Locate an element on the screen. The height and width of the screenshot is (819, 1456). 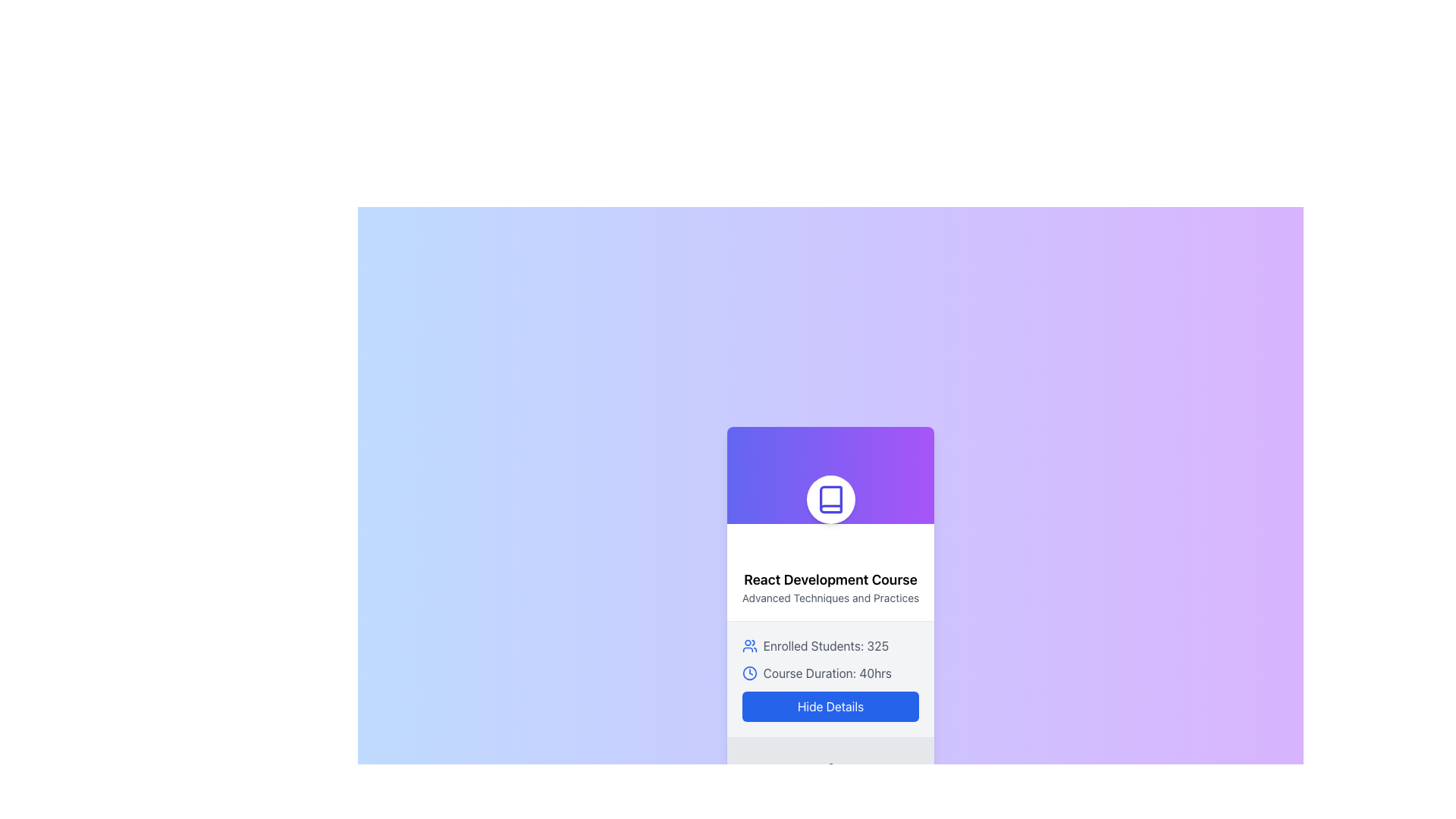
the decorative header with a circular icon containing a book symbol, which is located at the top of the card displaying course information is located at coordinates (830, 475).